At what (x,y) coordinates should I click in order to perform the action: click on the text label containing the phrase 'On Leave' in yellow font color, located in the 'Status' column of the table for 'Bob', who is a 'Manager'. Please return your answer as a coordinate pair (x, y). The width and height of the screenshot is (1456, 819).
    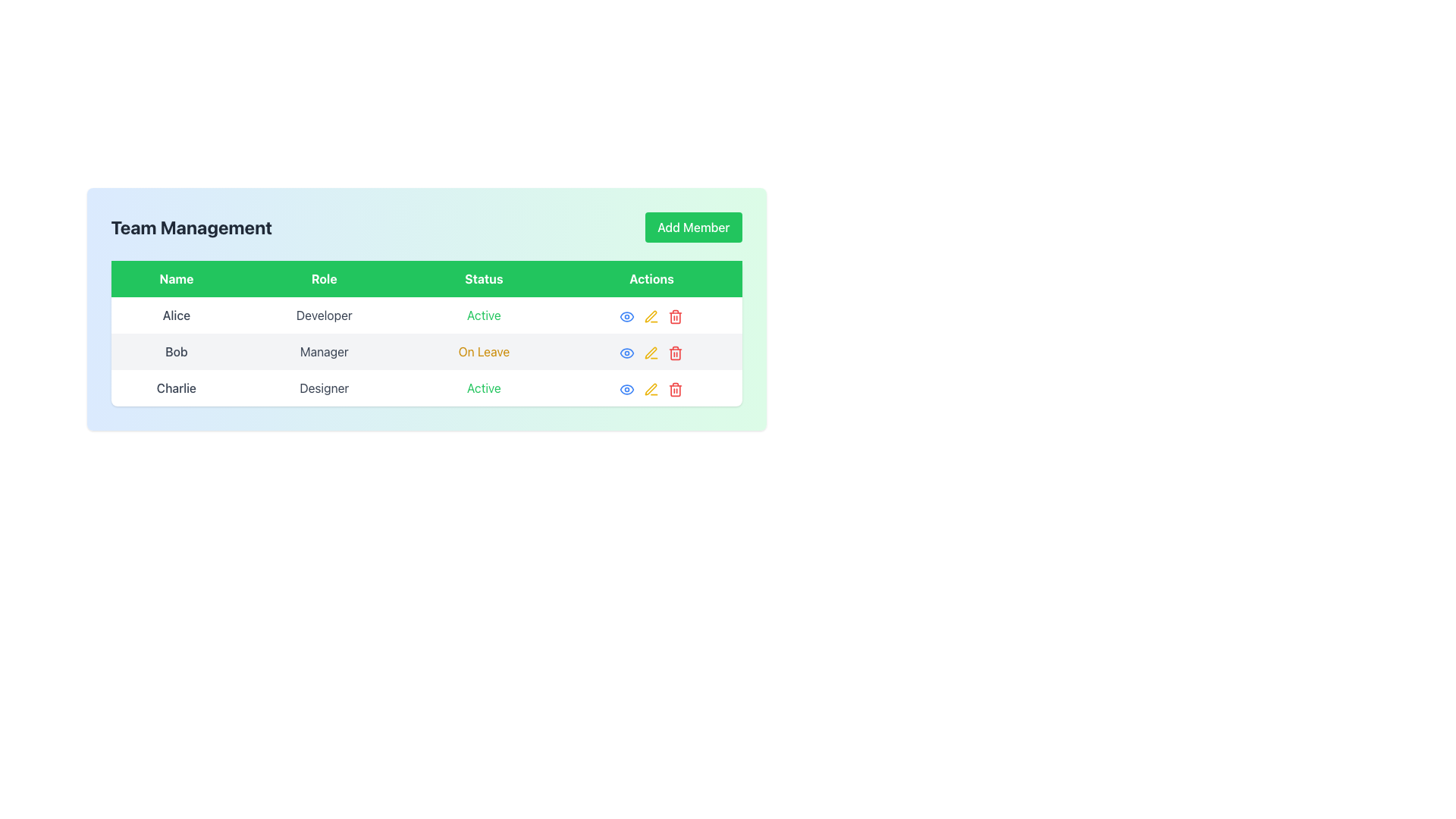
    Looking at the image, I should click on (483, 351).